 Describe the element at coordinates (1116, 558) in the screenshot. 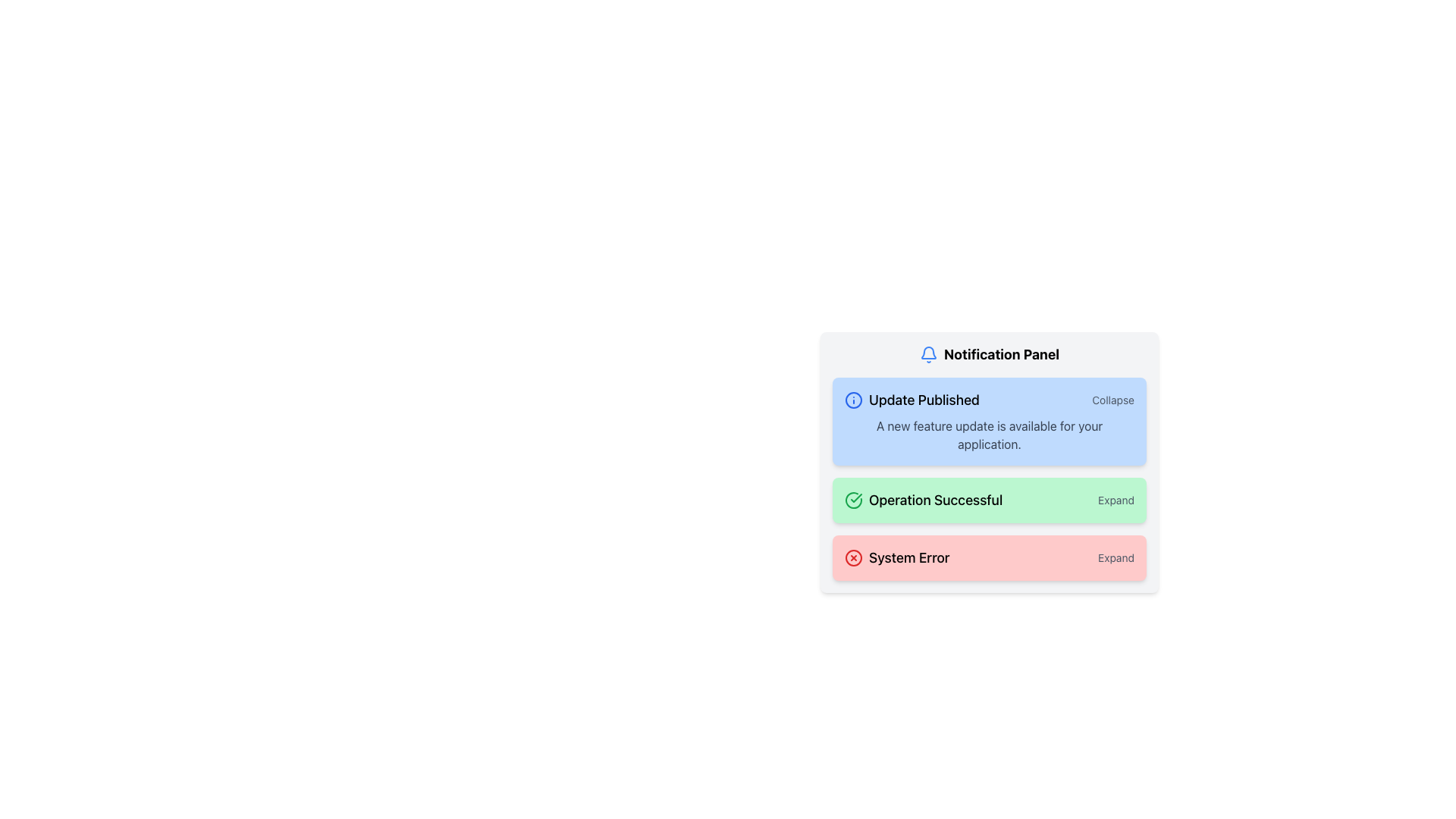

I see `the interactive link located at the top-right corner of the 'System Error' notification block to enable accessibility navigation` at that location.